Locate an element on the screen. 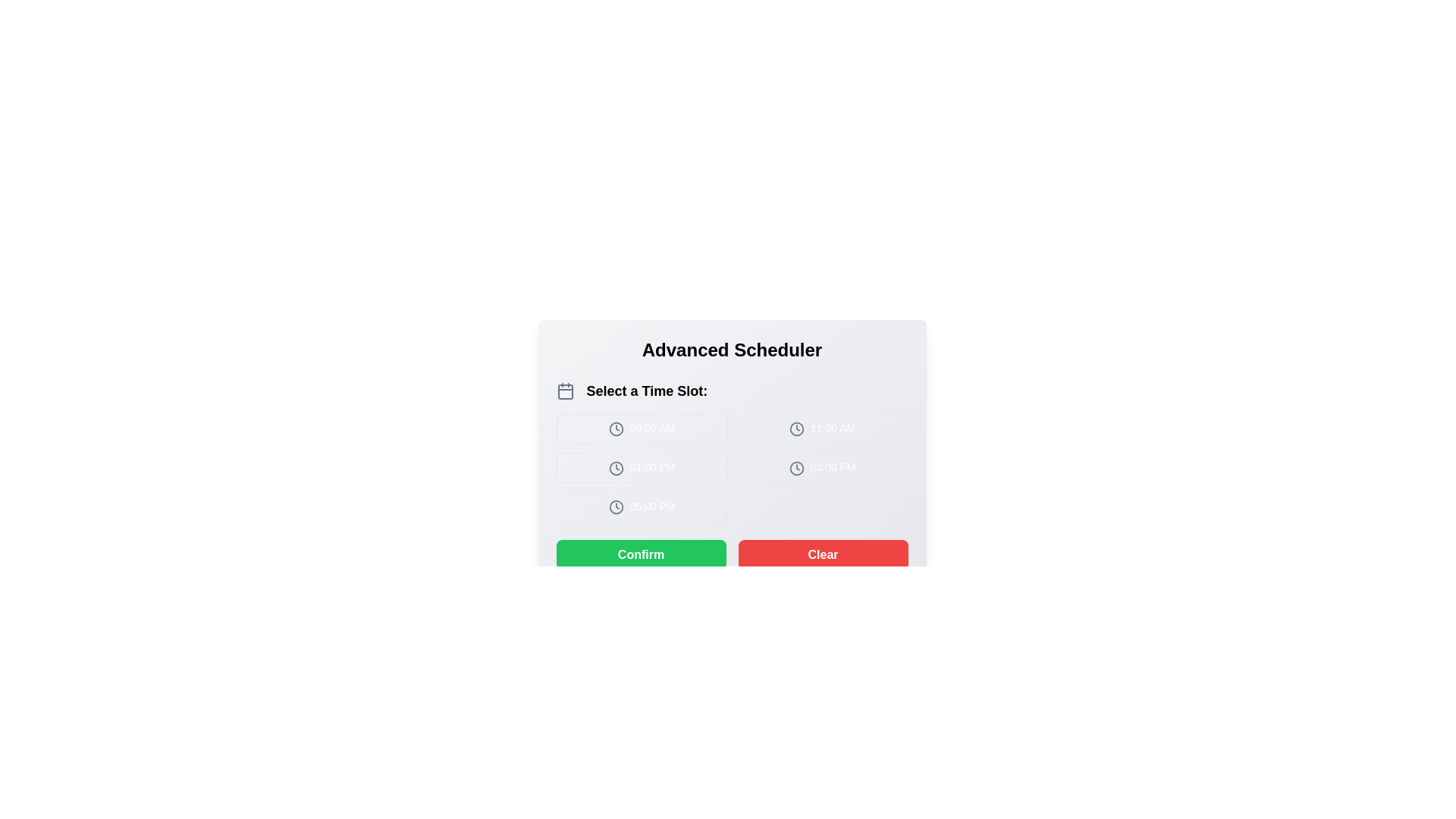  the circular icon representing part of a clock design, located to the left of the text '09:00 AM' in the first row of the time slots section is located at coordinates (616, 429).